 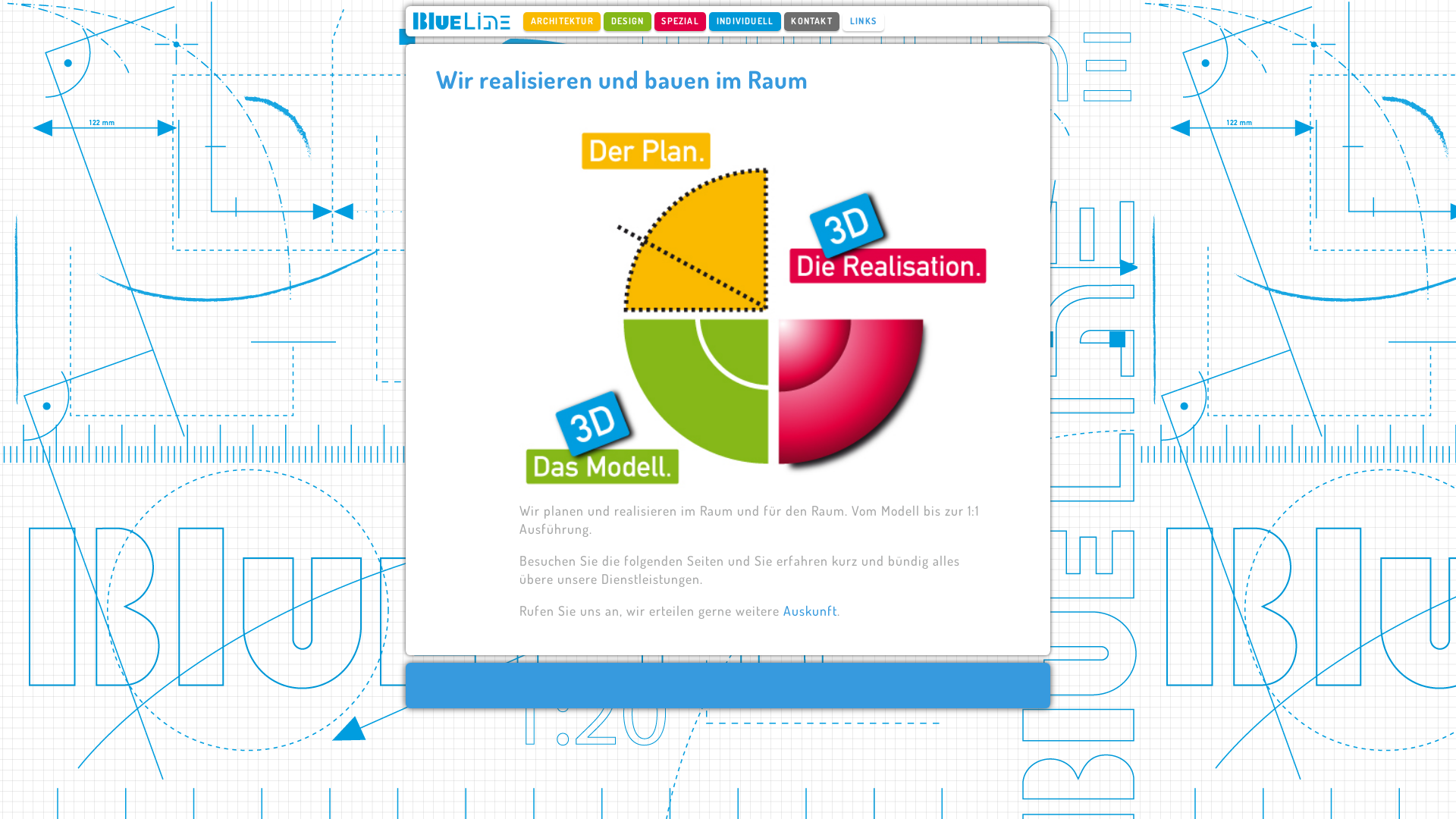 What do you see at coordinates (679, 21) in the screenshot?
I see `'SPEZIAL'` at bounding box center [679, 21].